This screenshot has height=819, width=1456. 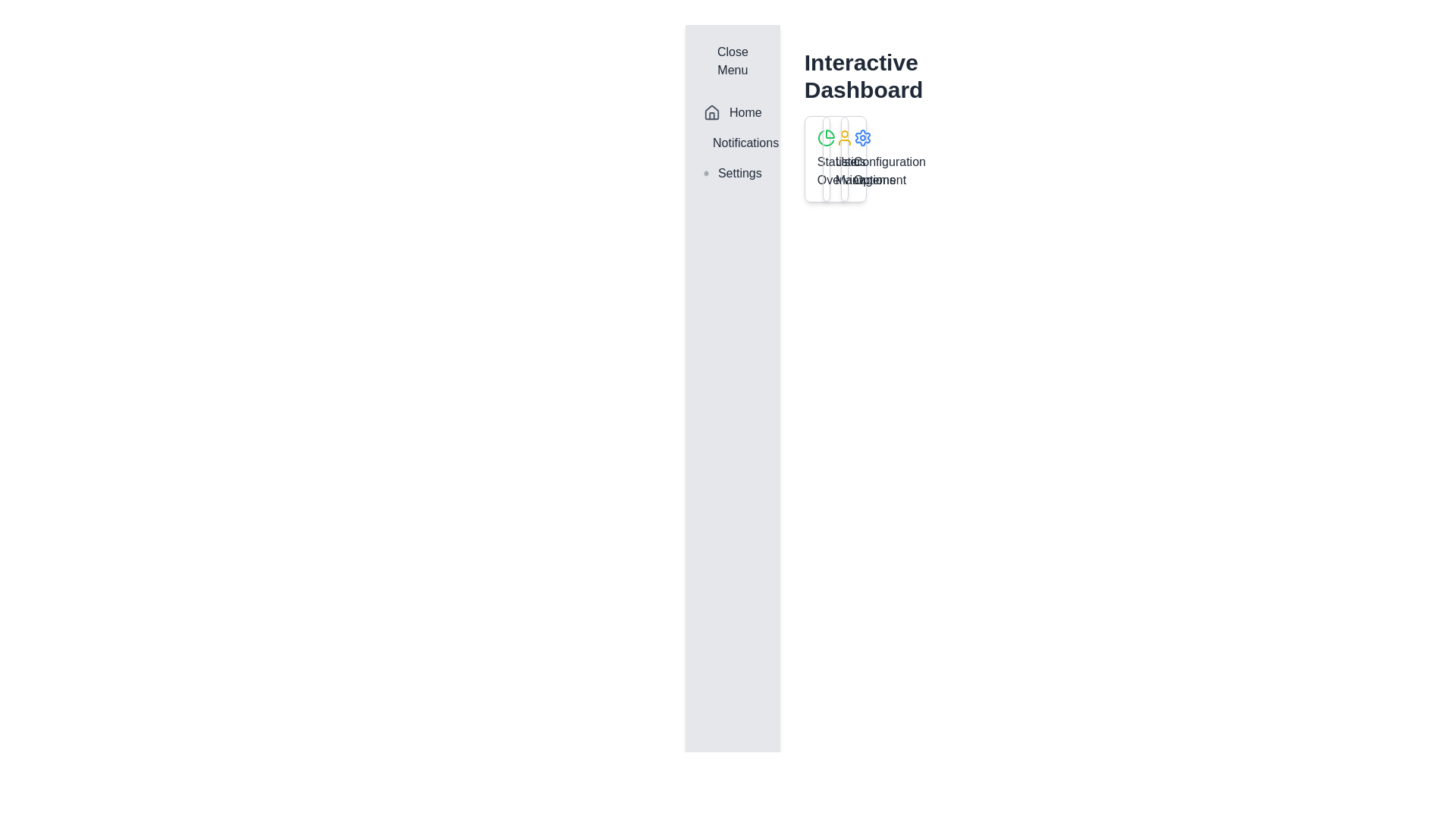 I want to click on the first segment of the pie chart icon located in the right area of the sidebar, next to the text 'Interactive Dashboard', so click(x=829, y=133).